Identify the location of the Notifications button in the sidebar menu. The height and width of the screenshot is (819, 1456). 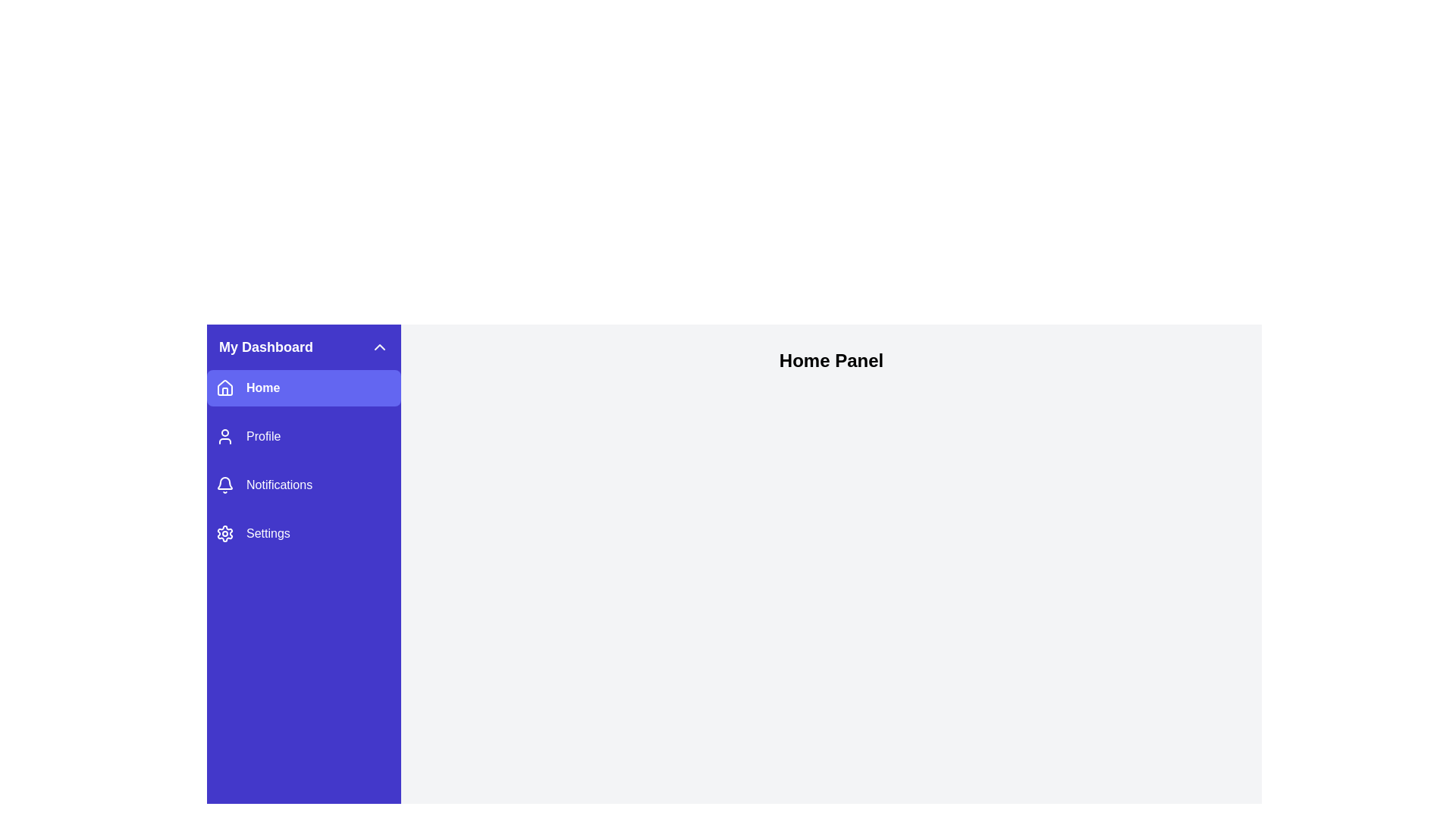
(303, 485).